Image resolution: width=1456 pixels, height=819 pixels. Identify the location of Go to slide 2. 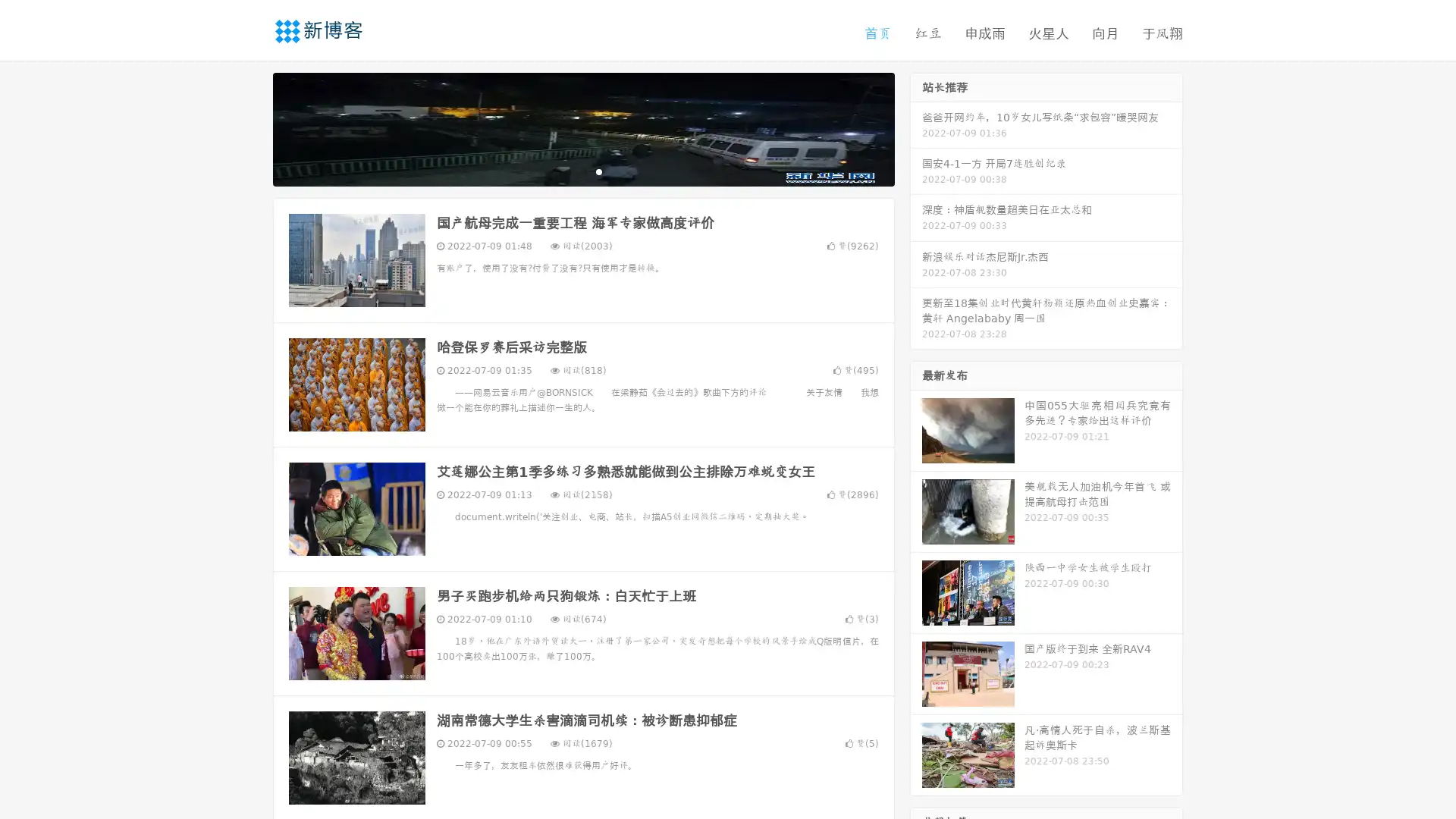
(582, 171).